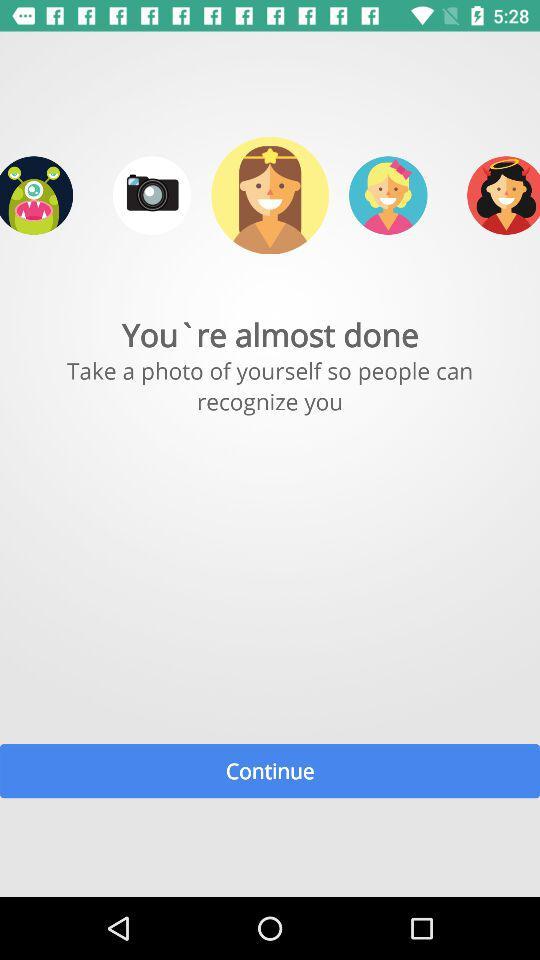 The height and width of the screenshot is (960, 540). I want to click on take photo, so click(151, 195).